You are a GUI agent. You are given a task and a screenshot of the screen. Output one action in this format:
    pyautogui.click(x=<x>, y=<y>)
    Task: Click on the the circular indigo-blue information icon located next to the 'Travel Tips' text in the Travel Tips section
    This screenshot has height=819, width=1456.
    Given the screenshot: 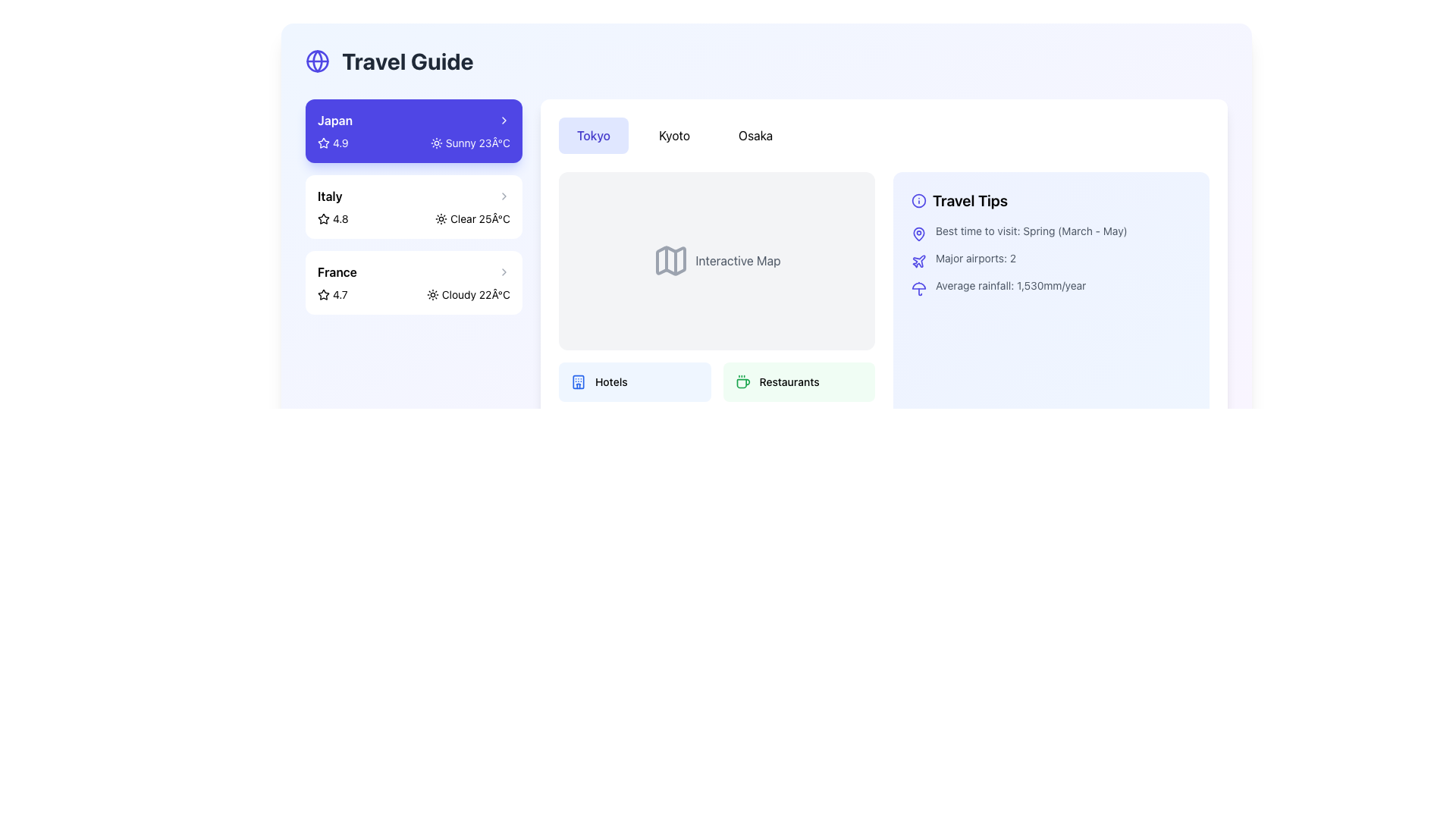 What is the action you would take?
    pyautogui.click(x=918, y=200)
    